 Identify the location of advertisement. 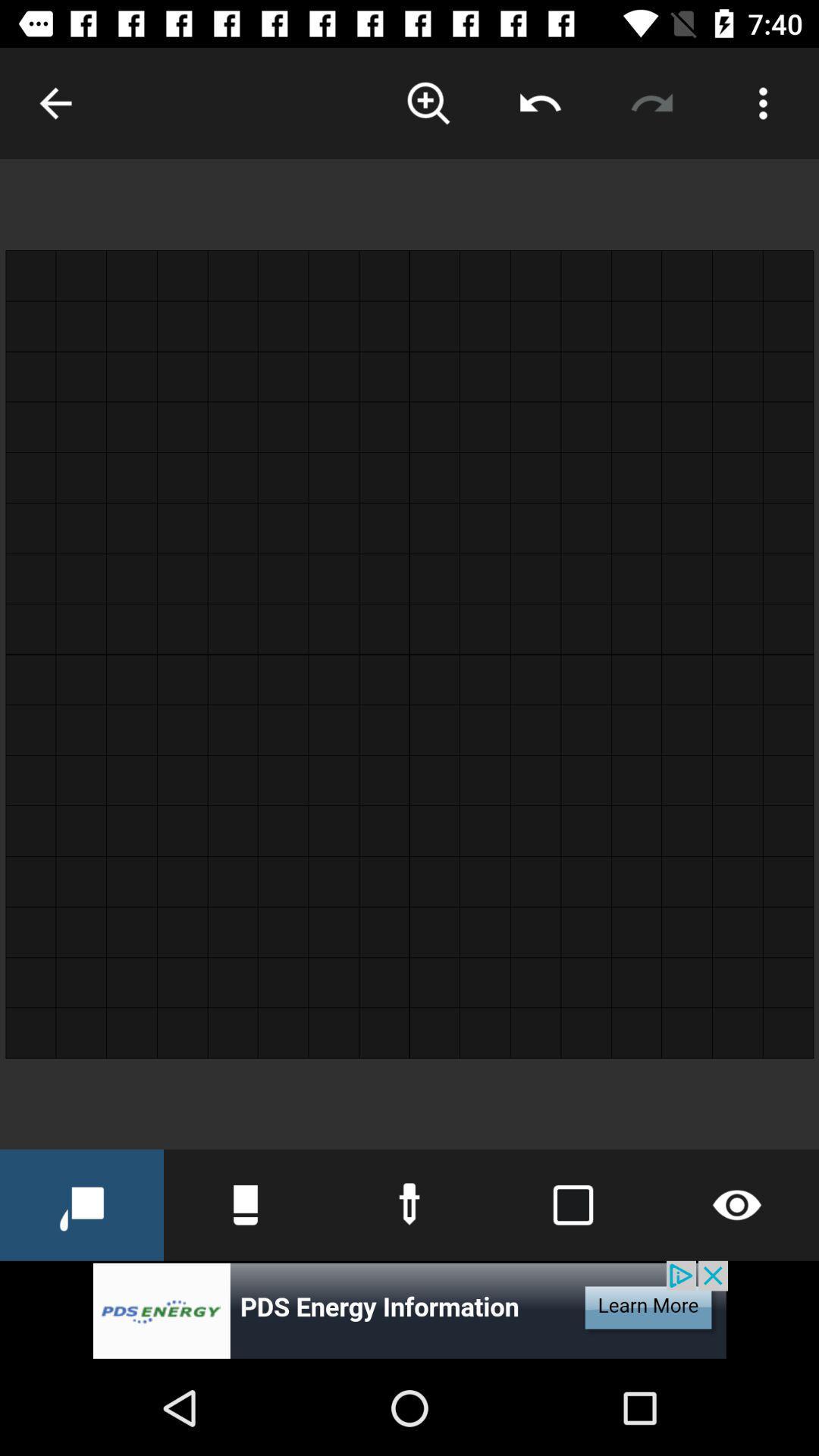
(409, 1310).